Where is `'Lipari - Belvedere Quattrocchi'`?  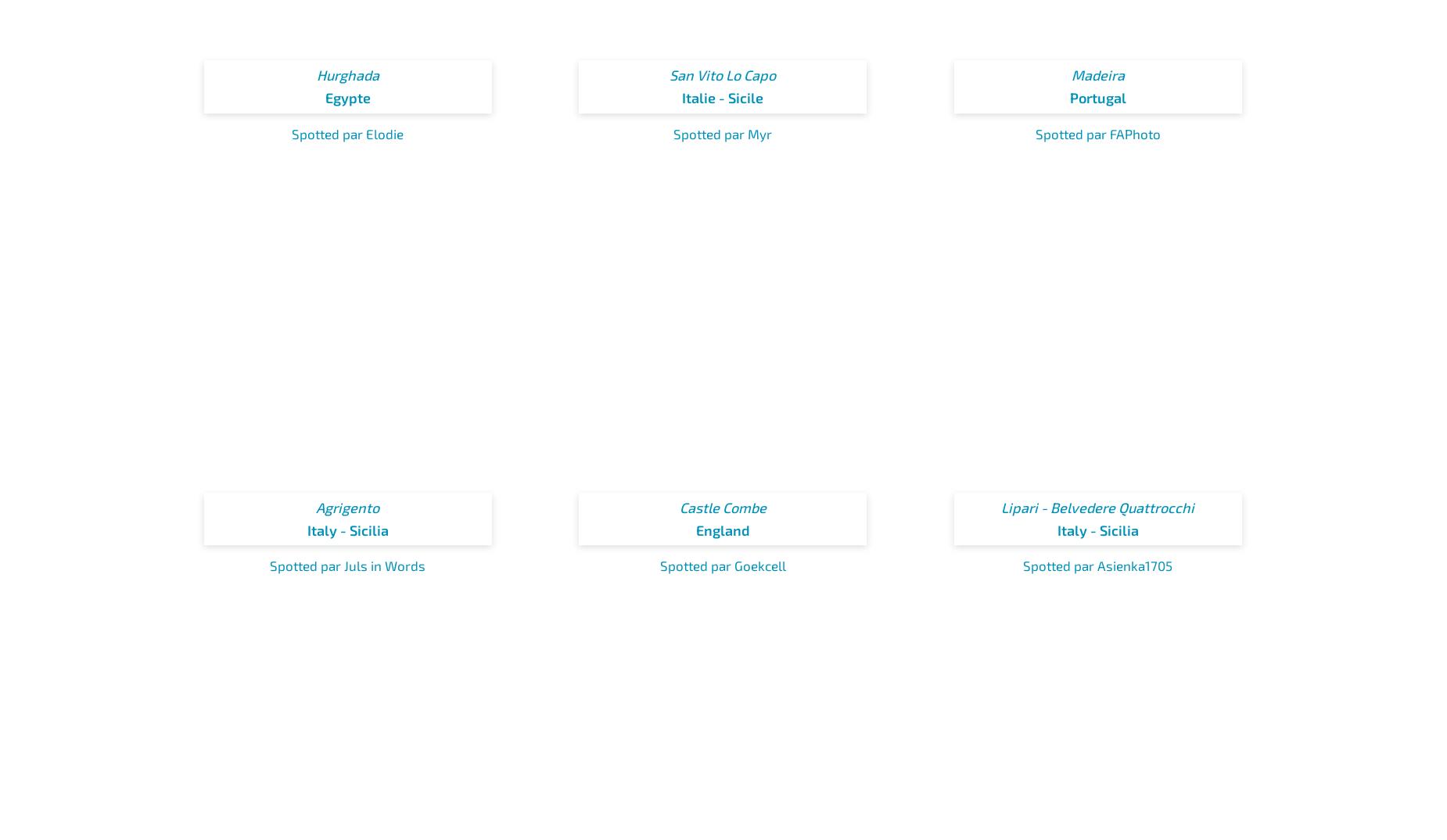
'Lipari - Belvedere Quattrocchi' is located at coordinates (1097, 506).